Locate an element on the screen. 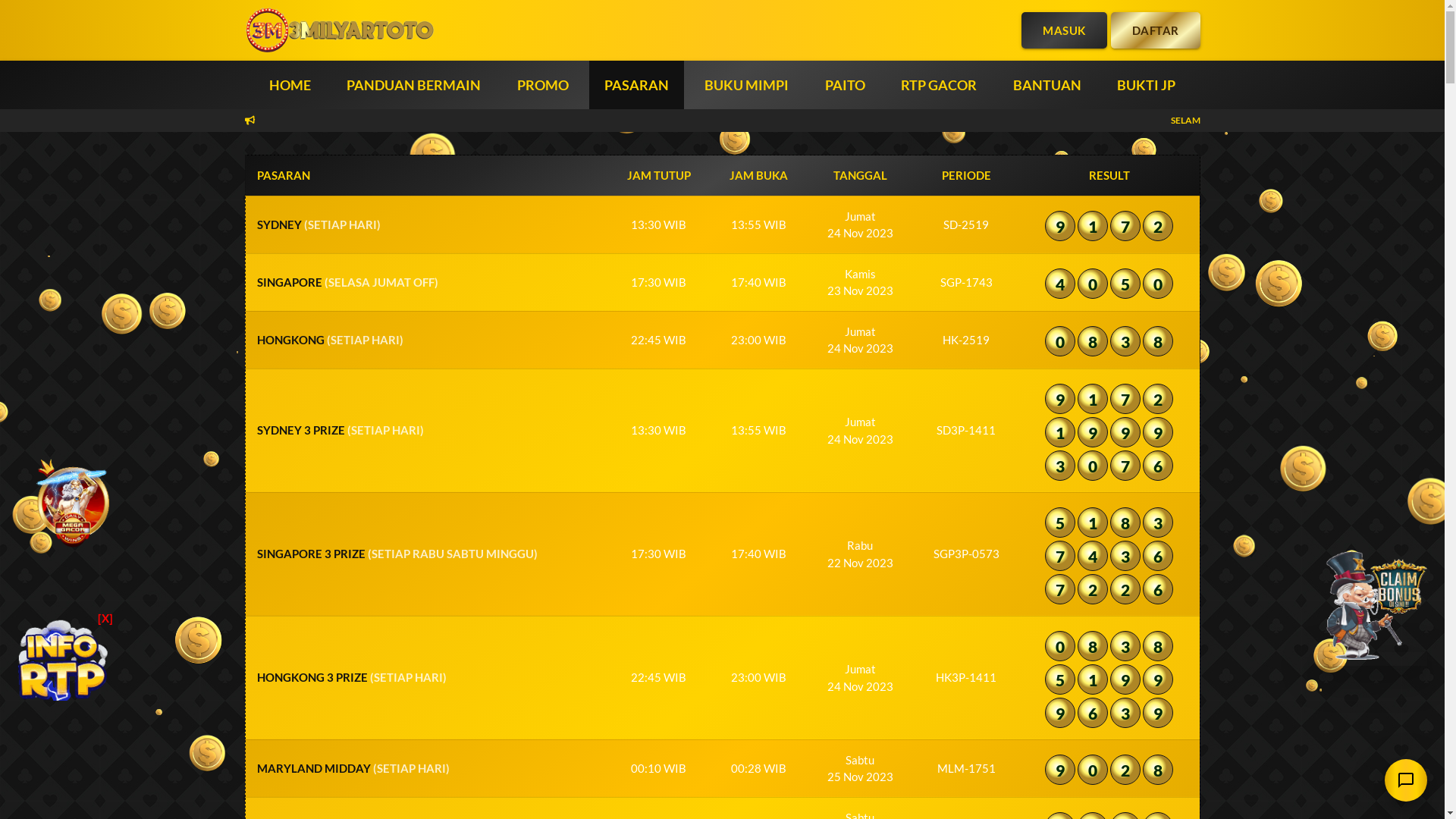  '5 1 8 3 is located at coordinates (1124, 557).